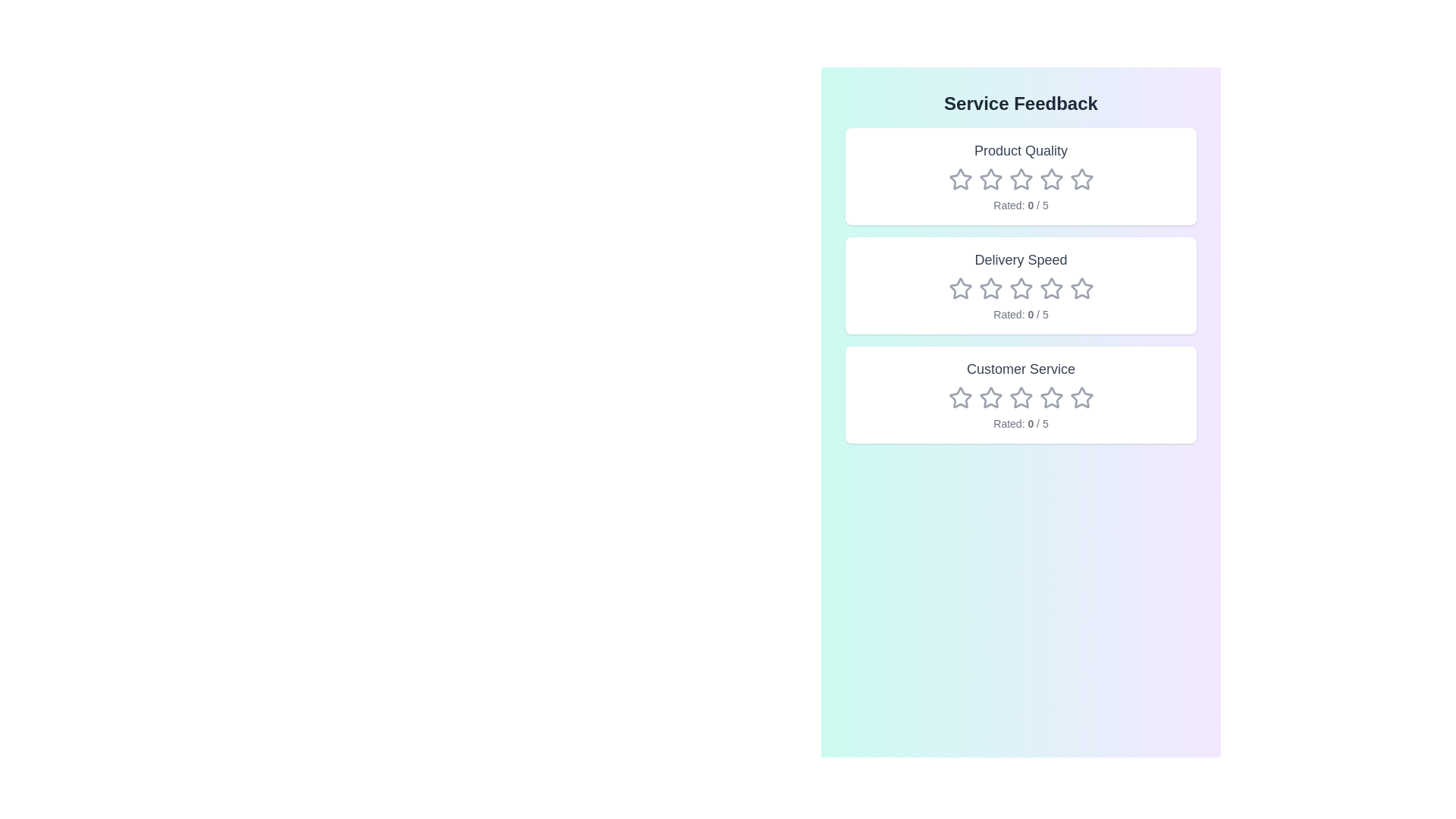  Describe the element at coordinates (959, 178) in the screenshot. I see `the rating for the category Product Quality to 1 stars` at that location.